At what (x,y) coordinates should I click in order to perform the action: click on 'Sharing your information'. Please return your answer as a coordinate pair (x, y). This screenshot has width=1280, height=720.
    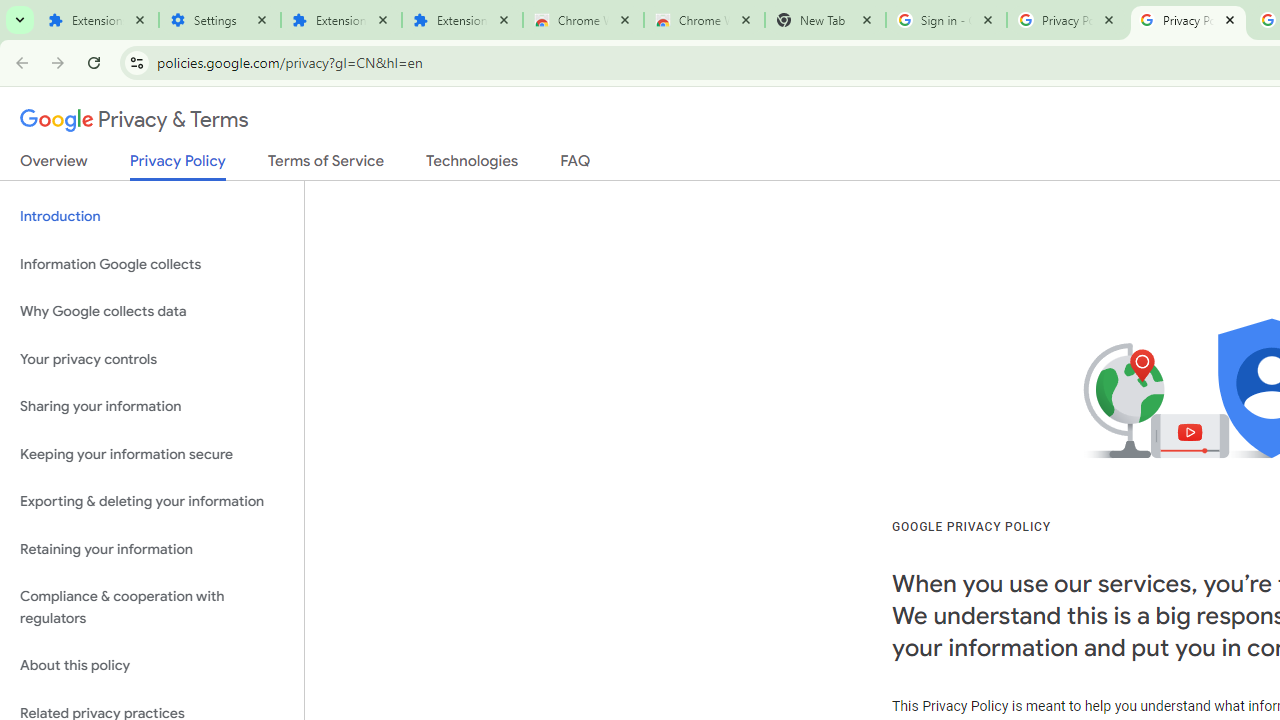
    Looking at the image, I should click on (151, 406).